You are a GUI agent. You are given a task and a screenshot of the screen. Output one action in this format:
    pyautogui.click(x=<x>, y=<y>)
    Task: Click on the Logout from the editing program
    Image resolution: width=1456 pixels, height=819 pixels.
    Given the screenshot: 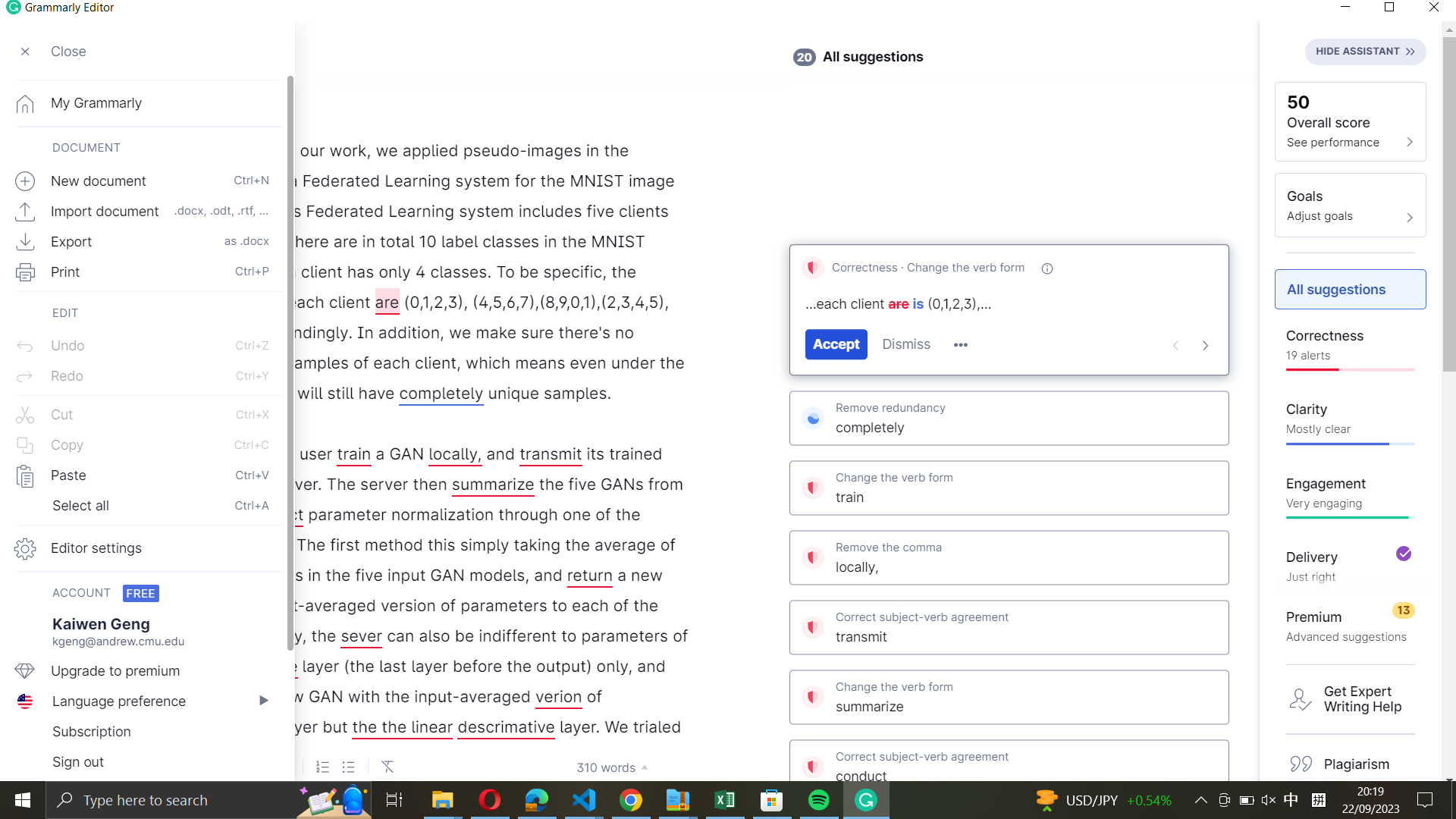 What is the action you would take?
    pyautogui.click(x=146, y=764)
    